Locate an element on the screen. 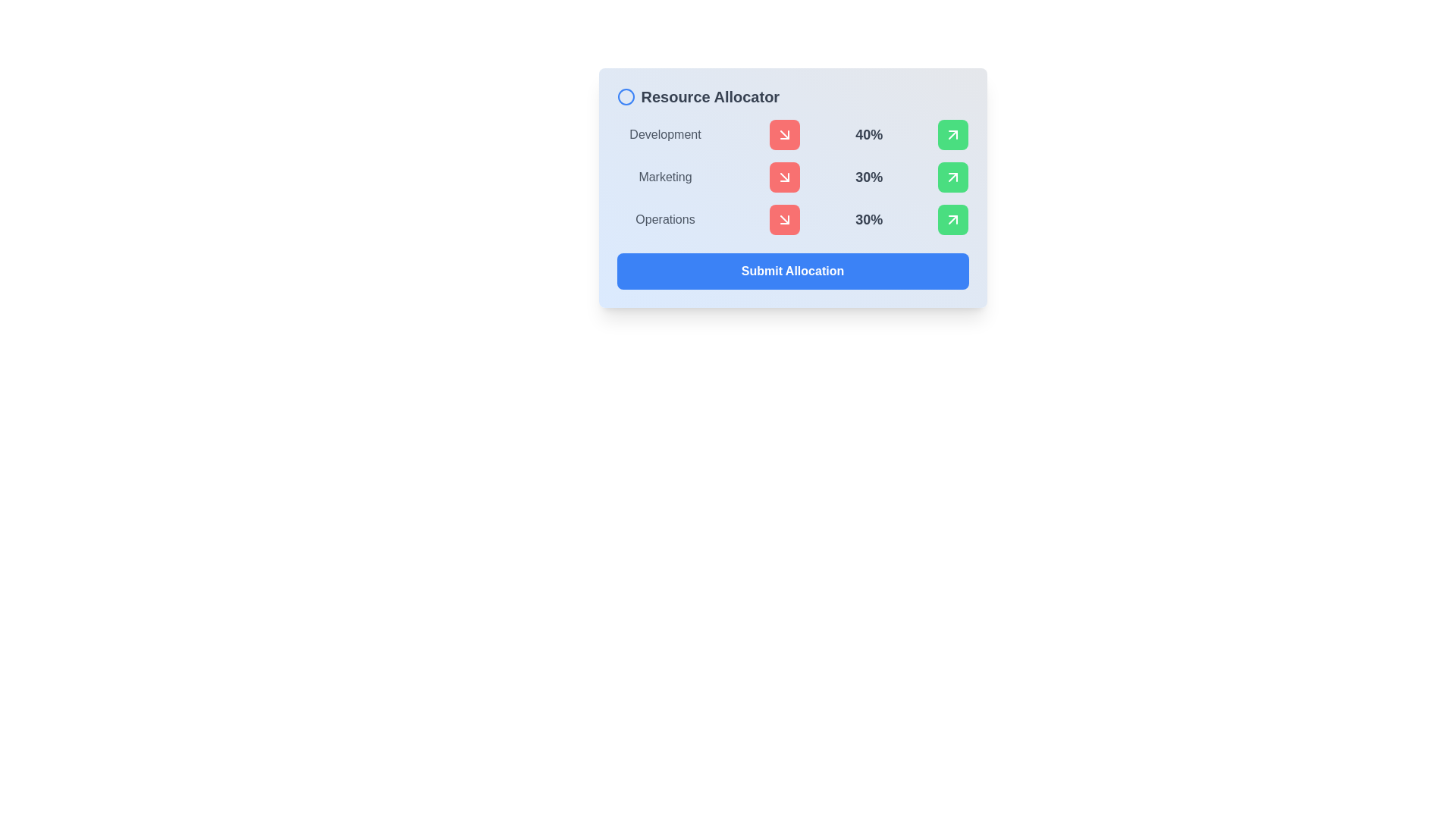  the small arrow icon pointing diagonally downwards and to the right, which is styled as an outlined graphic inside the red circular button in the Operations row of the resource allocation form is located at coordinates (784, 219).